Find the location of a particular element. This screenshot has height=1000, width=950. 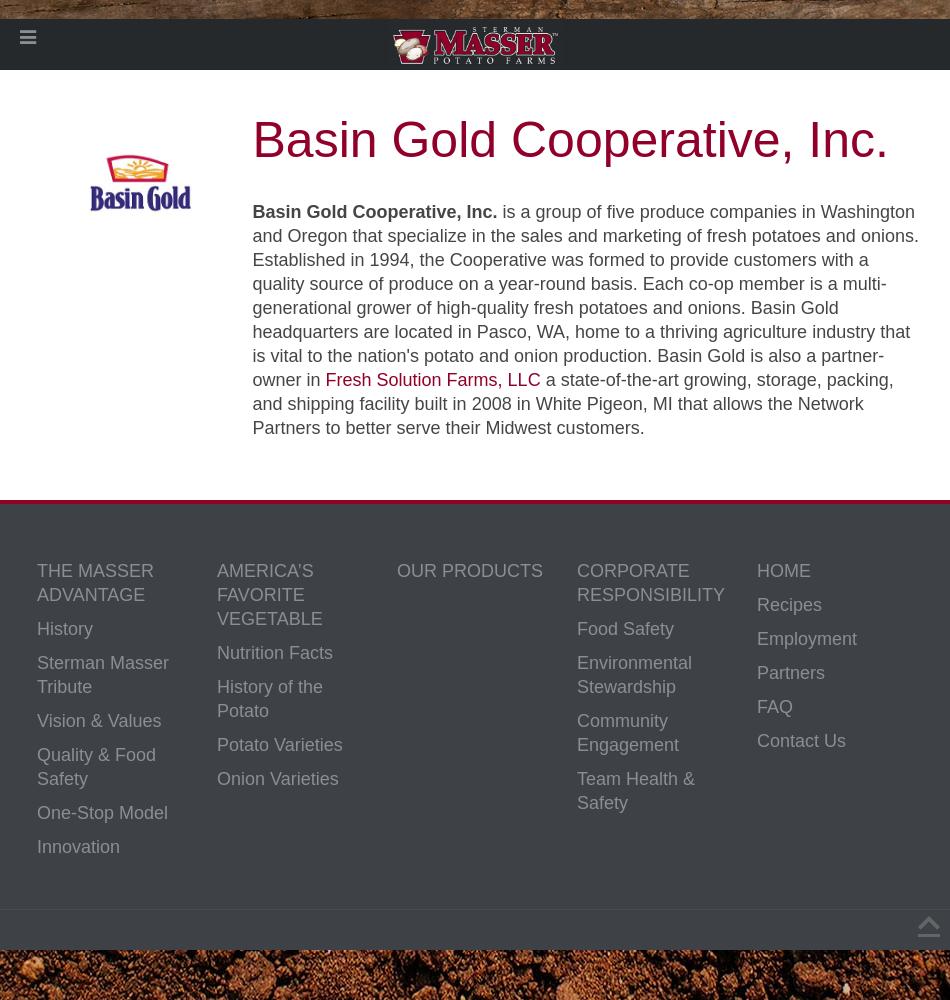

'Home' is located at coordinates (783, 570).